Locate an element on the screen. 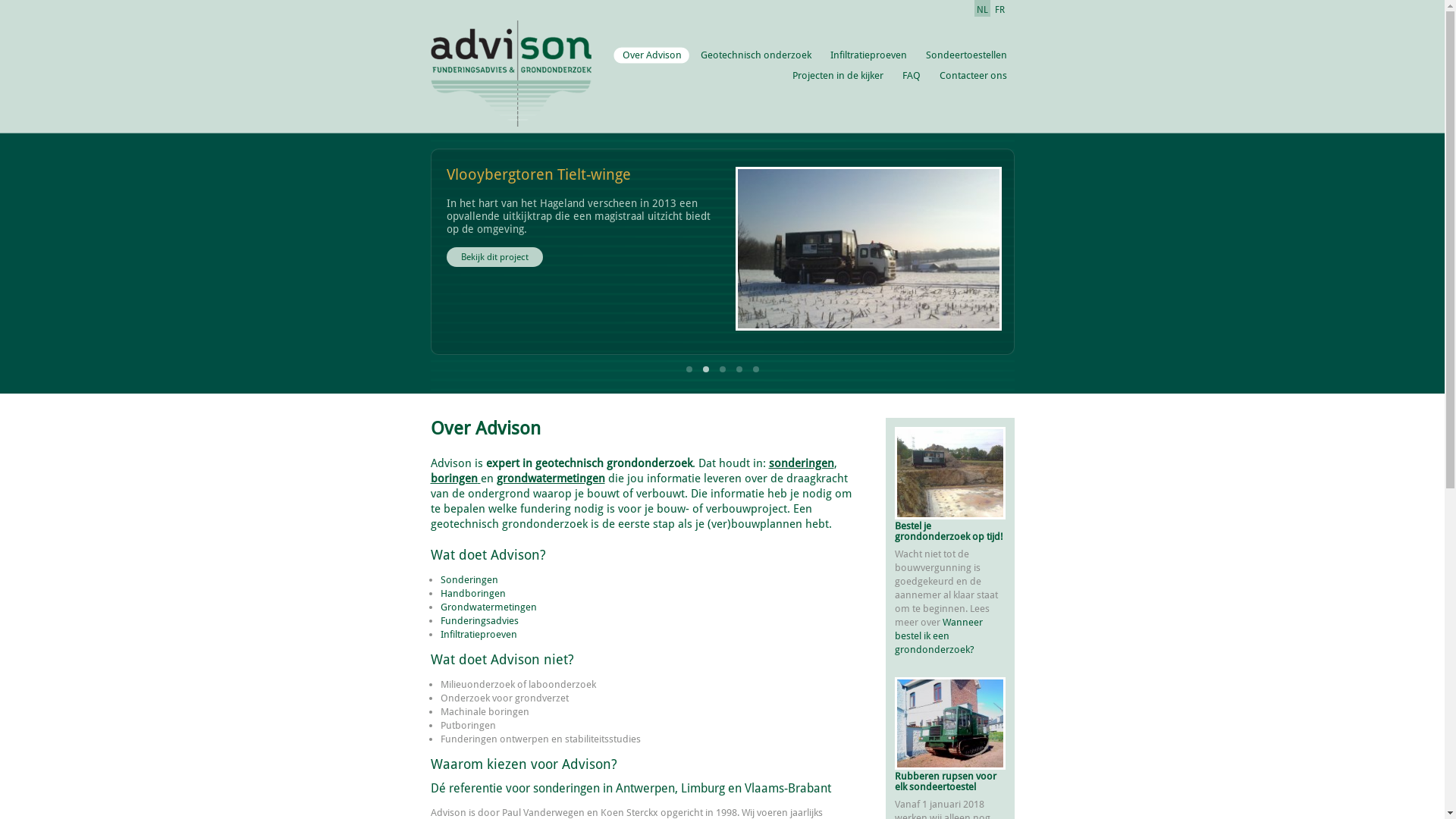 The height and width of the screenshot is (819, 1456). 'Wanneer bestel ik een grondonderzoek?' is located at coordinates (895, 635).